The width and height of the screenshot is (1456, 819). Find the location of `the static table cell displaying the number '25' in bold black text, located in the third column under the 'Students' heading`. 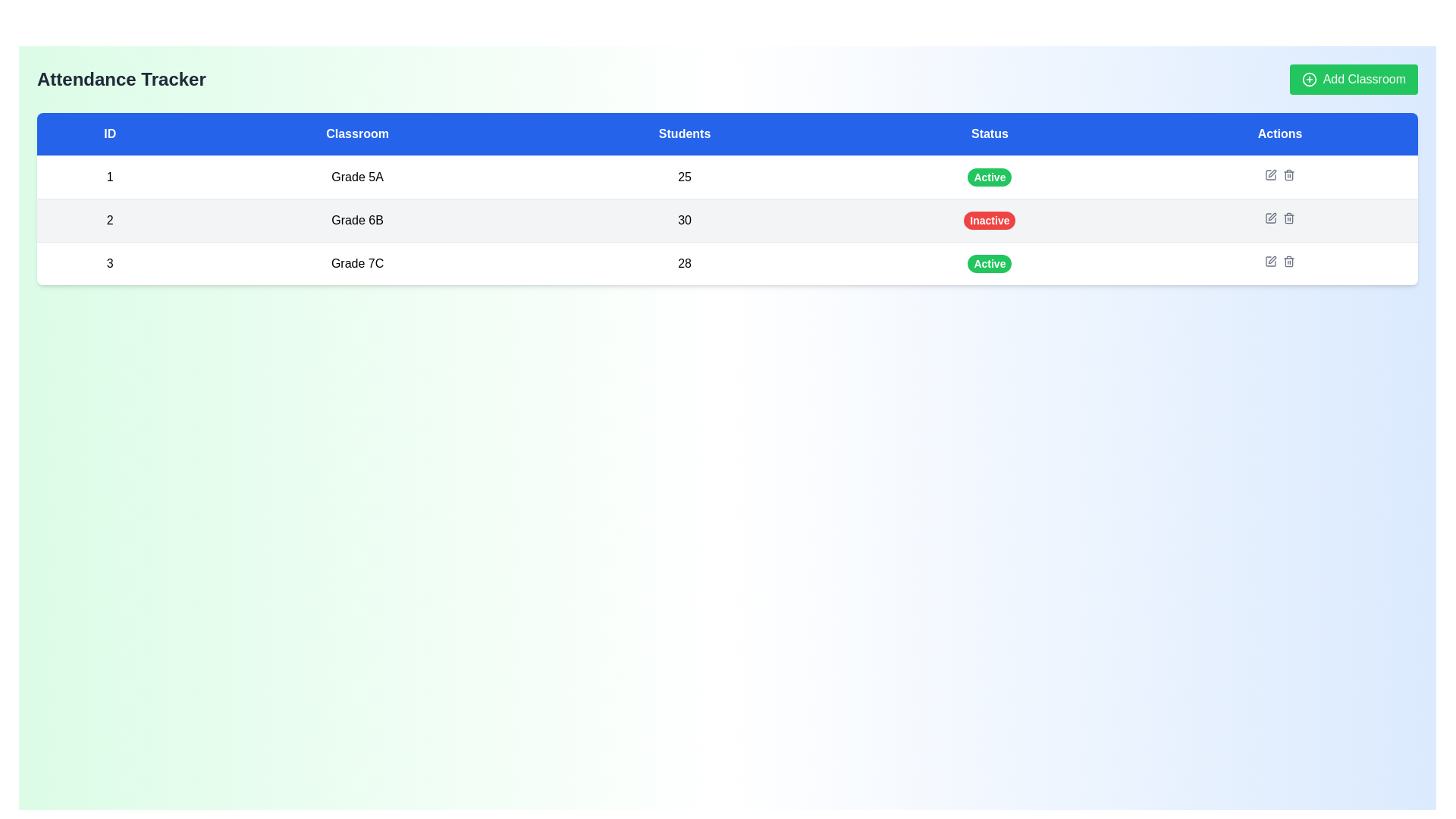

the static table cell displaying the number '25' in bold black text, located in the third column under the 'Students' heading is located at coordinates (684, 177).